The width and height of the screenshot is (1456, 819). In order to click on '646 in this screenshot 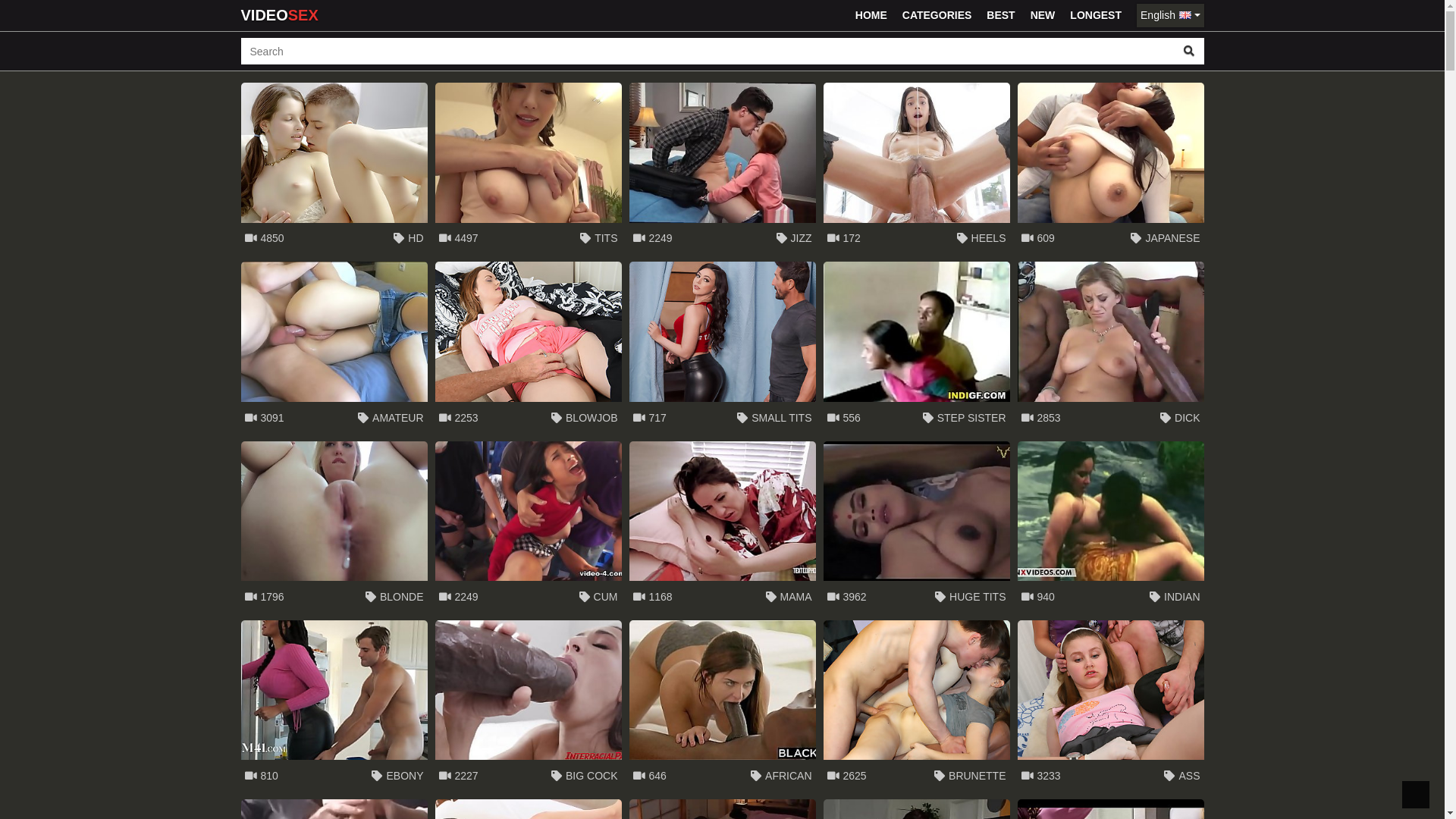, I will do `click(722, 705)`.